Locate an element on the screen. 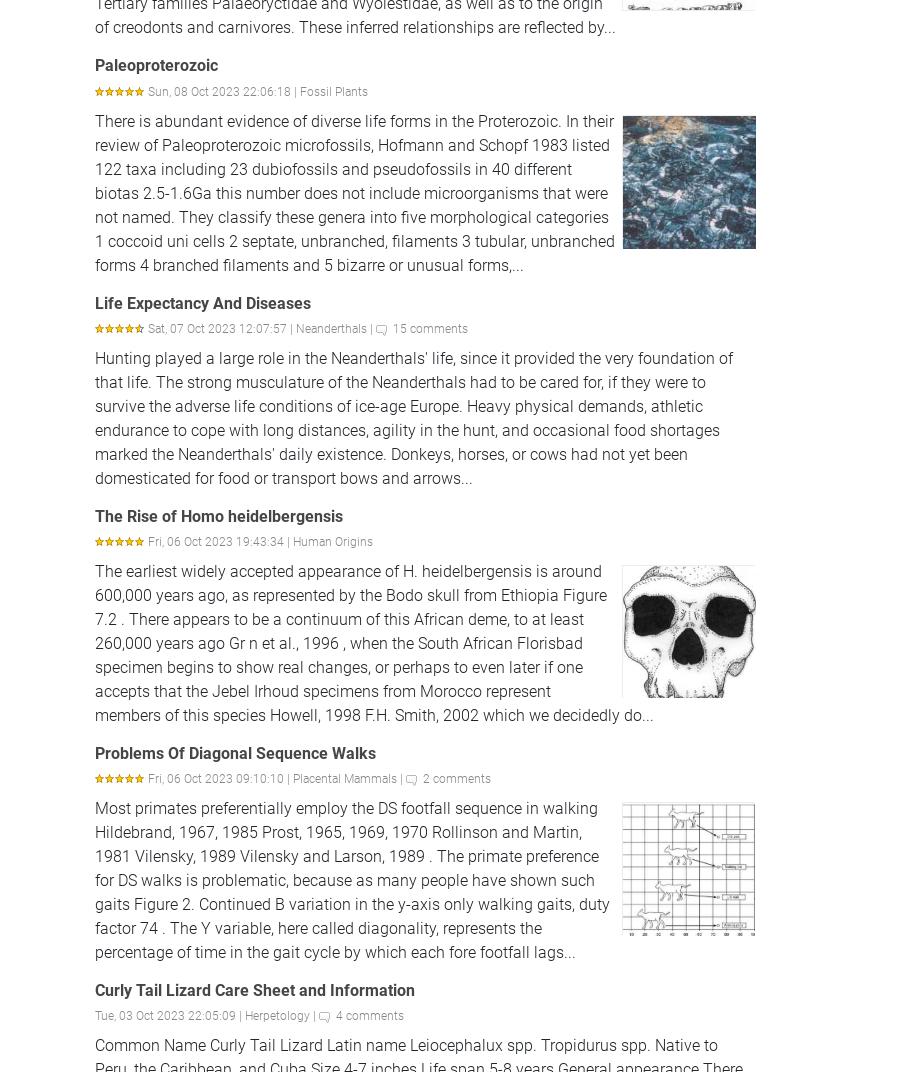  'Human Origins' is located at coordinates (333, 540).